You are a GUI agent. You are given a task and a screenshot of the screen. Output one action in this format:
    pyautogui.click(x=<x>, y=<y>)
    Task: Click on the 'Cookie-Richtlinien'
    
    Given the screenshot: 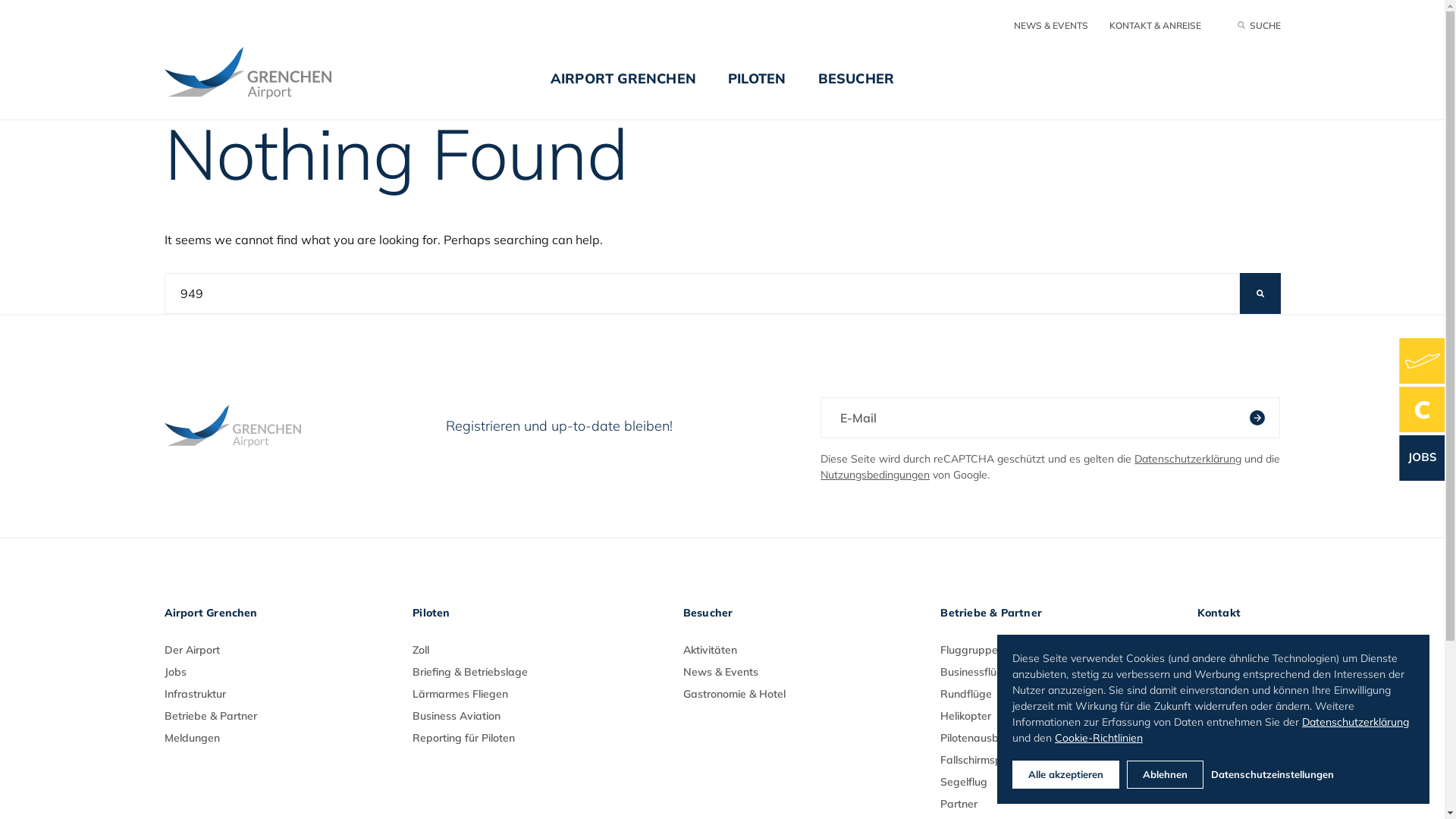 What is the action you would take?
    pyautogui.click(x=1099, y=736)
    